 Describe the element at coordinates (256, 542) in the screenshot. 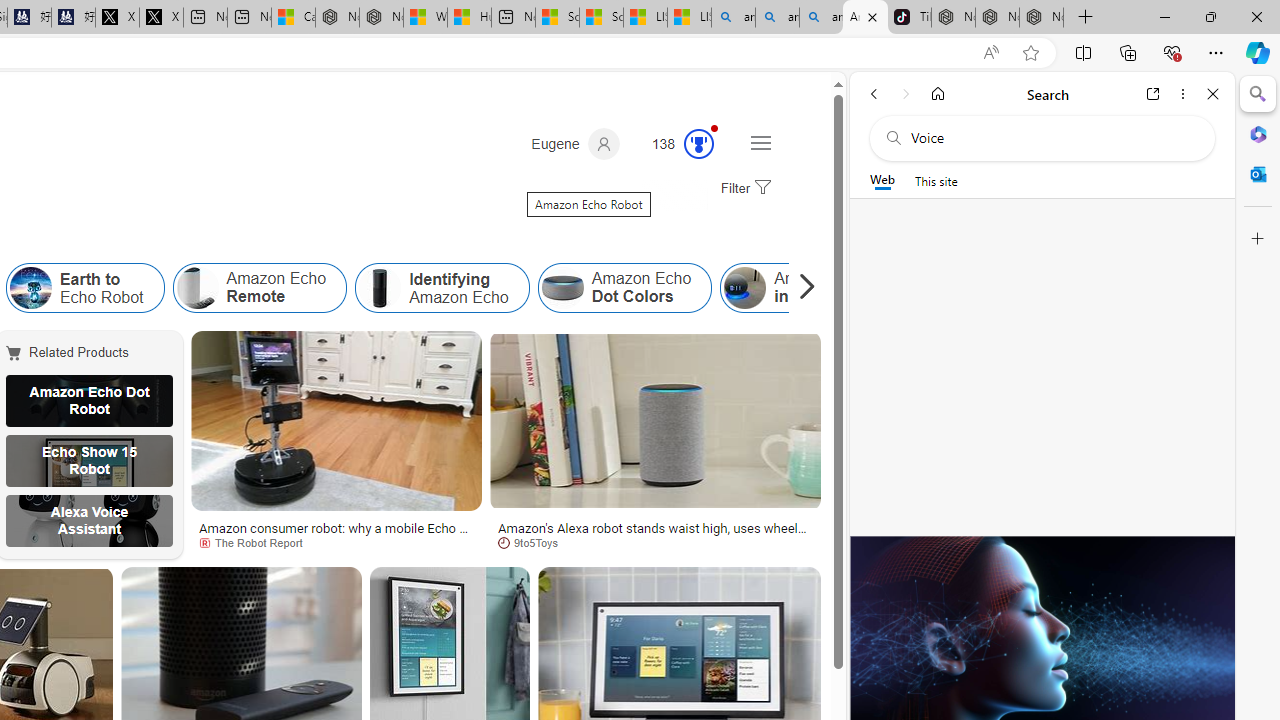

I see `'The Robot Report'` at that location.